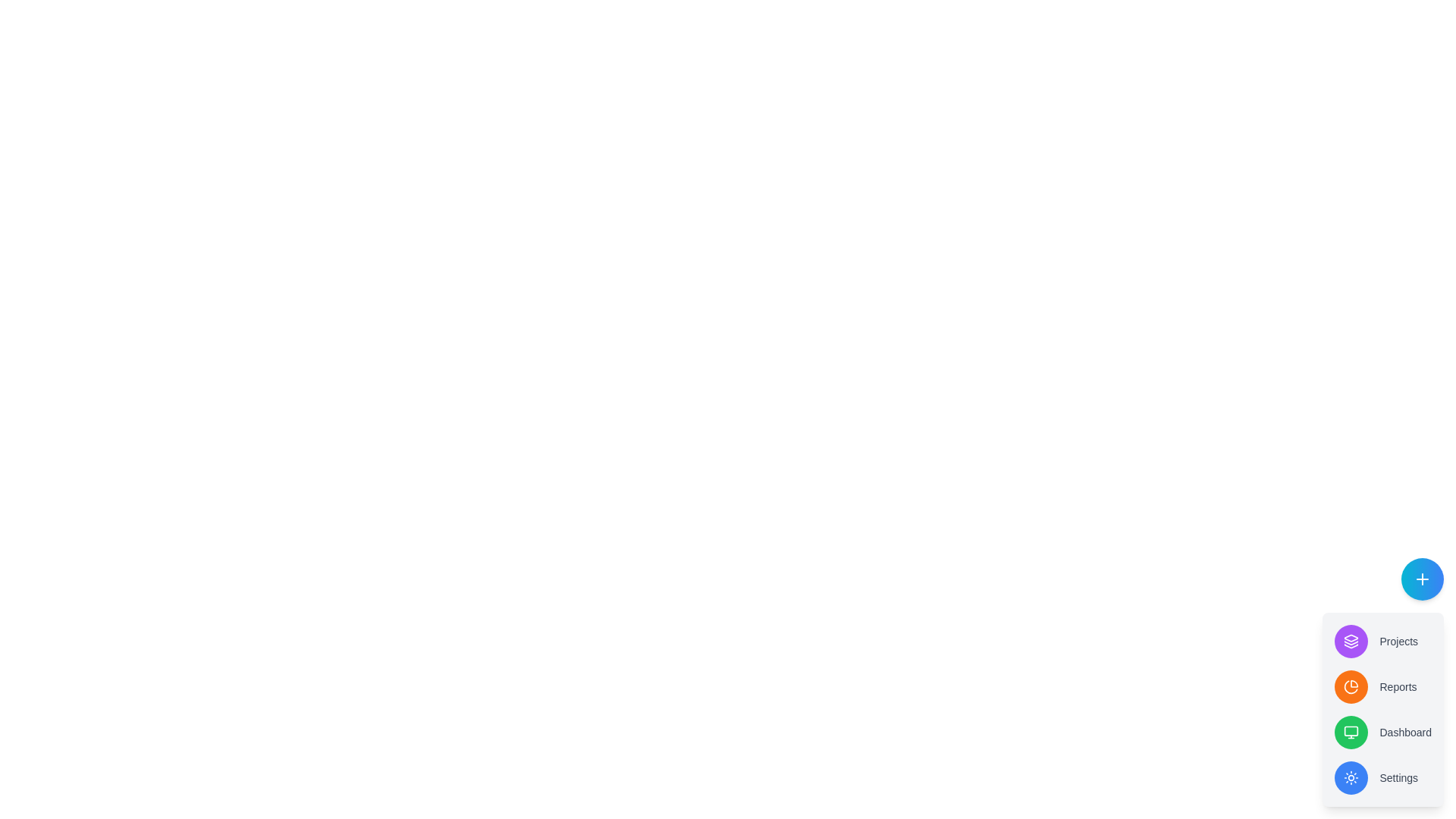  Describe the element at coordinates (1351, 641) in the screenshot. I see `the 'Projects' icon located within the round button at the bottom-right corner of the interface` at that location.